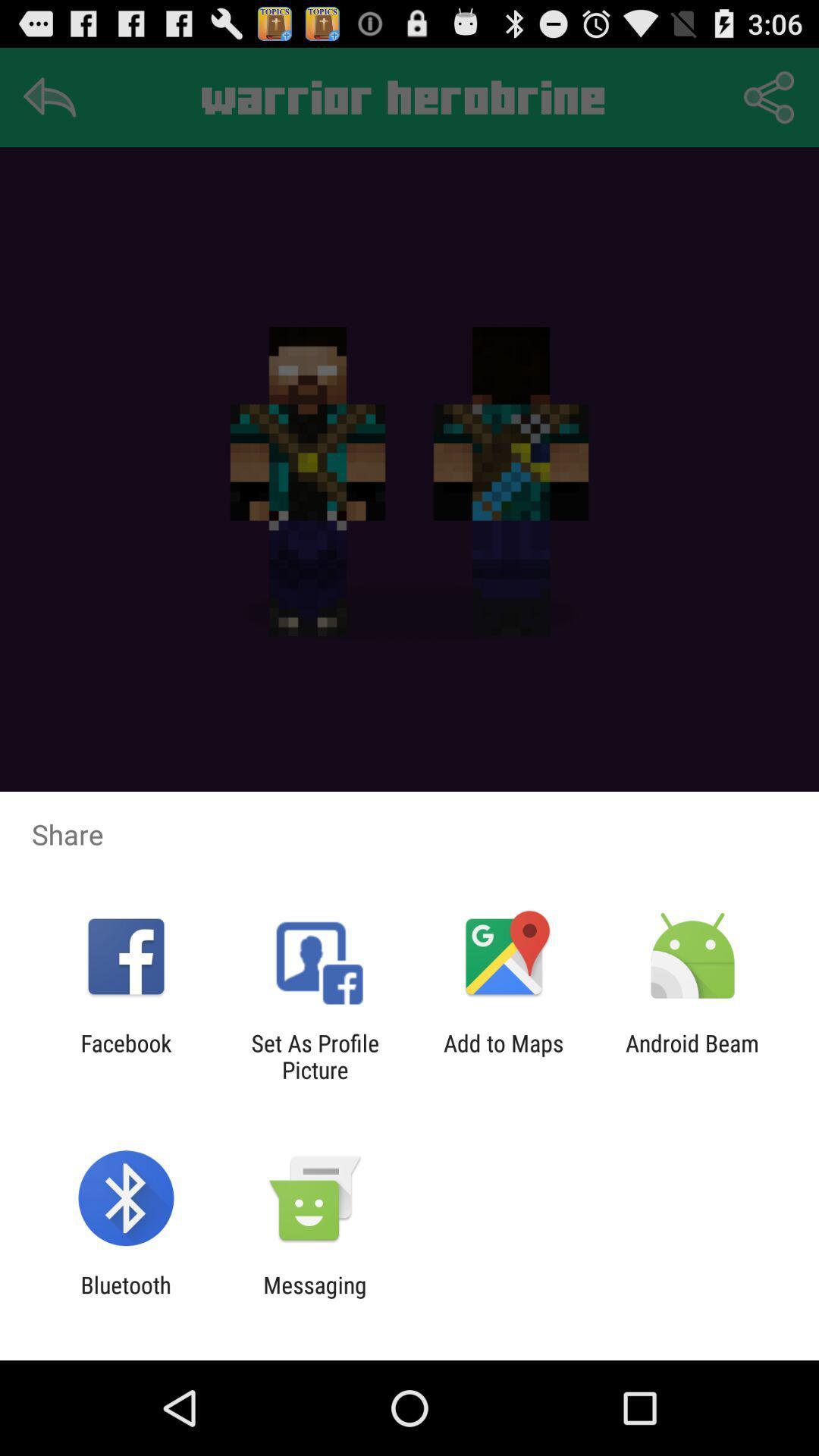 This screenshot has height=1456, width=819. Describe the element at coordinates (314, 1056) in the screenshot. I see `set as profile` at that location.